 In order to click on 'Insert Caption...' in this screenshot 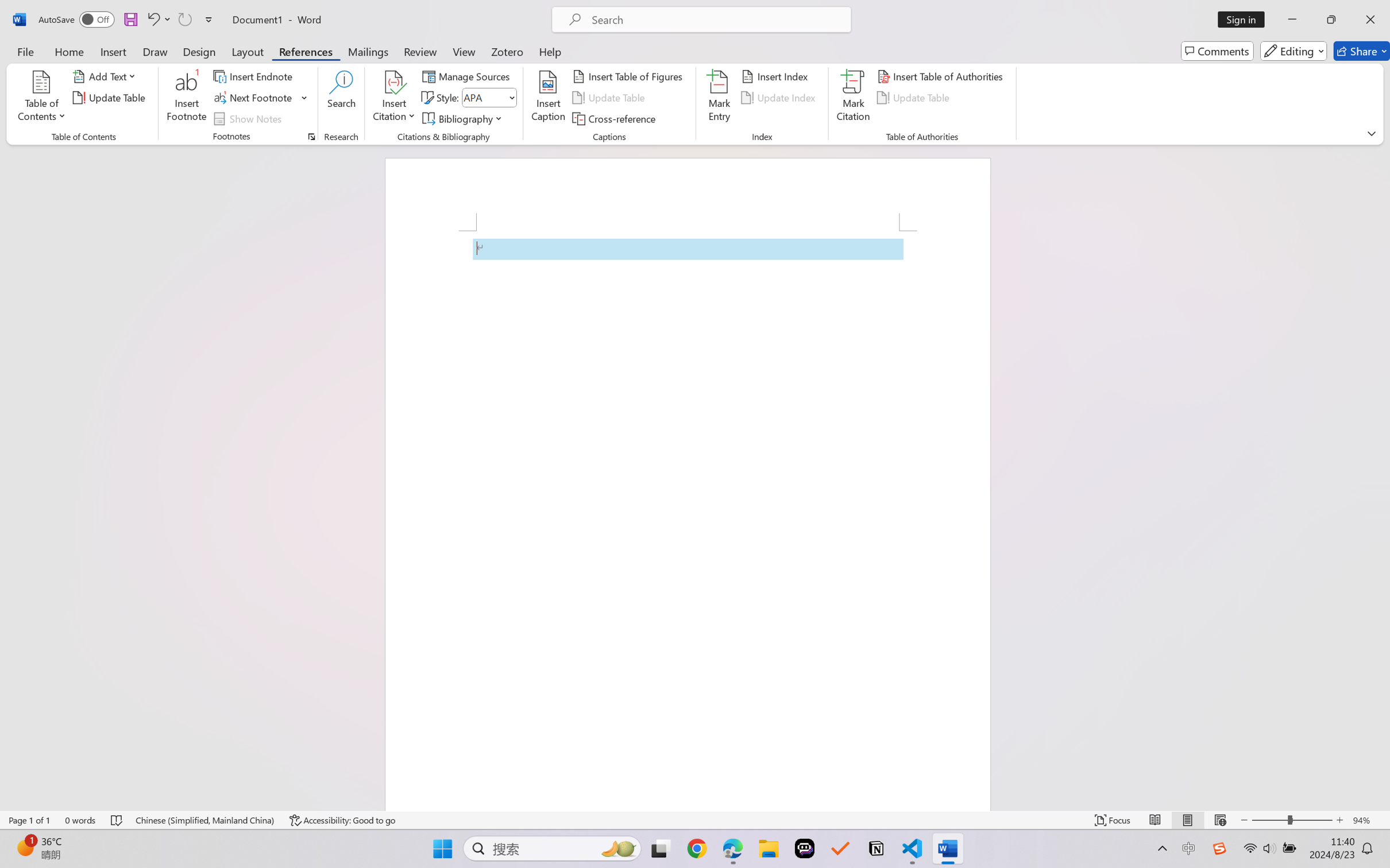, I will do `click(548, 98)`.